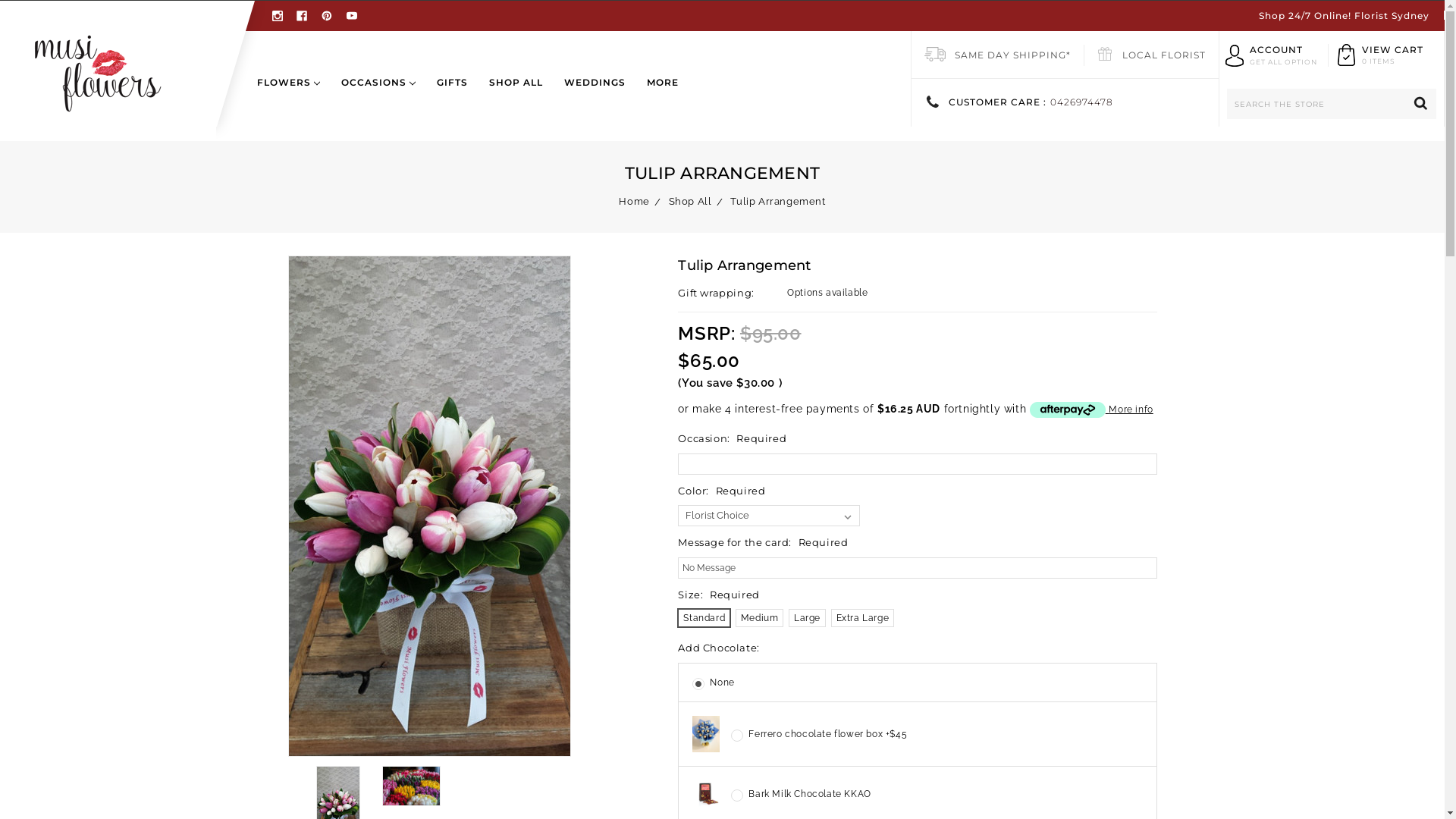 This screenshot has height=819, width=1456. I want to click on 'Creative Blooms Group PTY LTD Trading As Musi Flowers', so click(96, 71).